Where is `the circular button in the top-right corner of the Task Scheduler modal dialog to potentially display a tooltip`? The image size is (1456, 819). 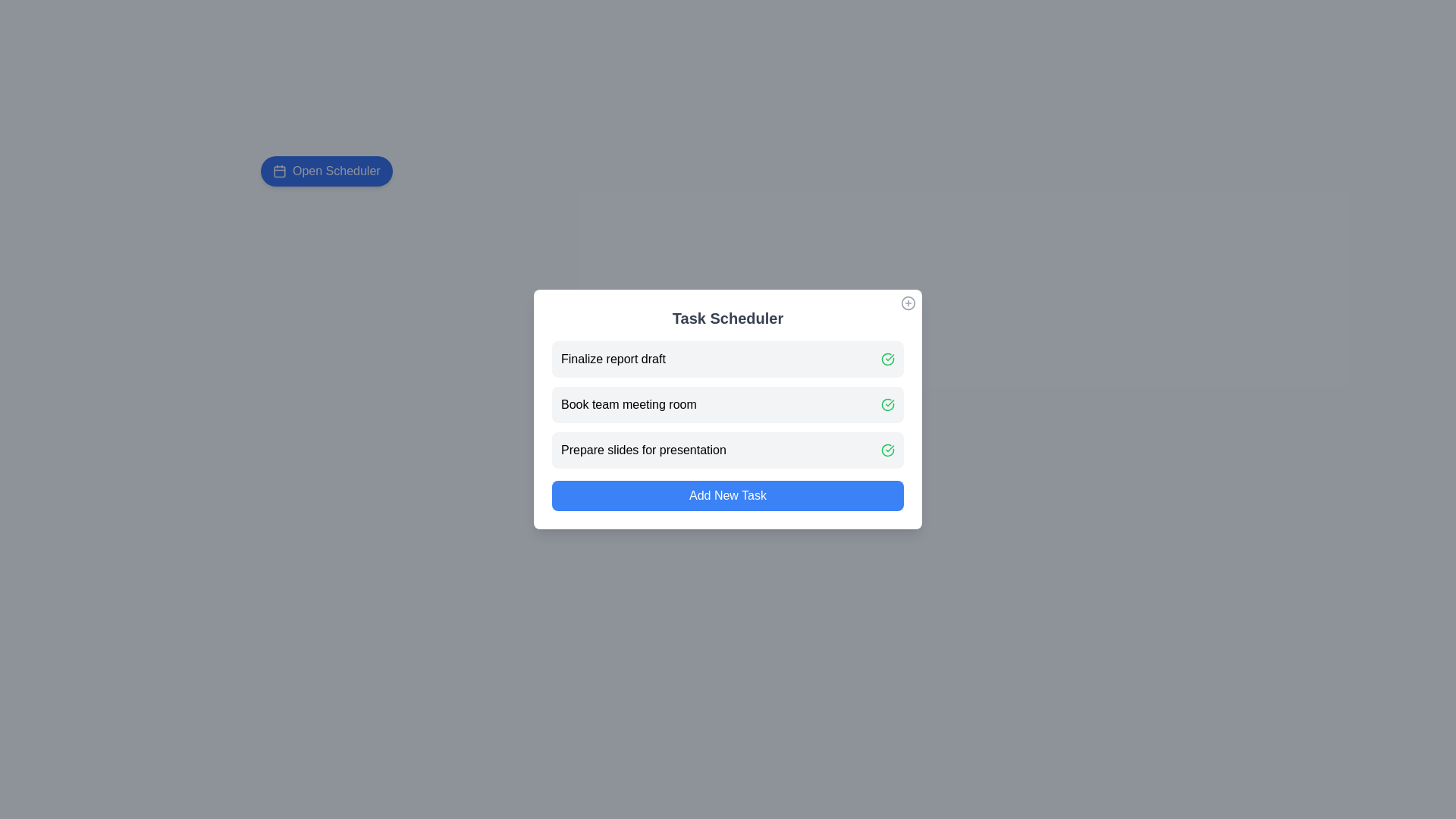 the circular button in the top-right corner of the Task Scheduler modal dialog to potentially display a tooltip is located at coordinates (908, 303).